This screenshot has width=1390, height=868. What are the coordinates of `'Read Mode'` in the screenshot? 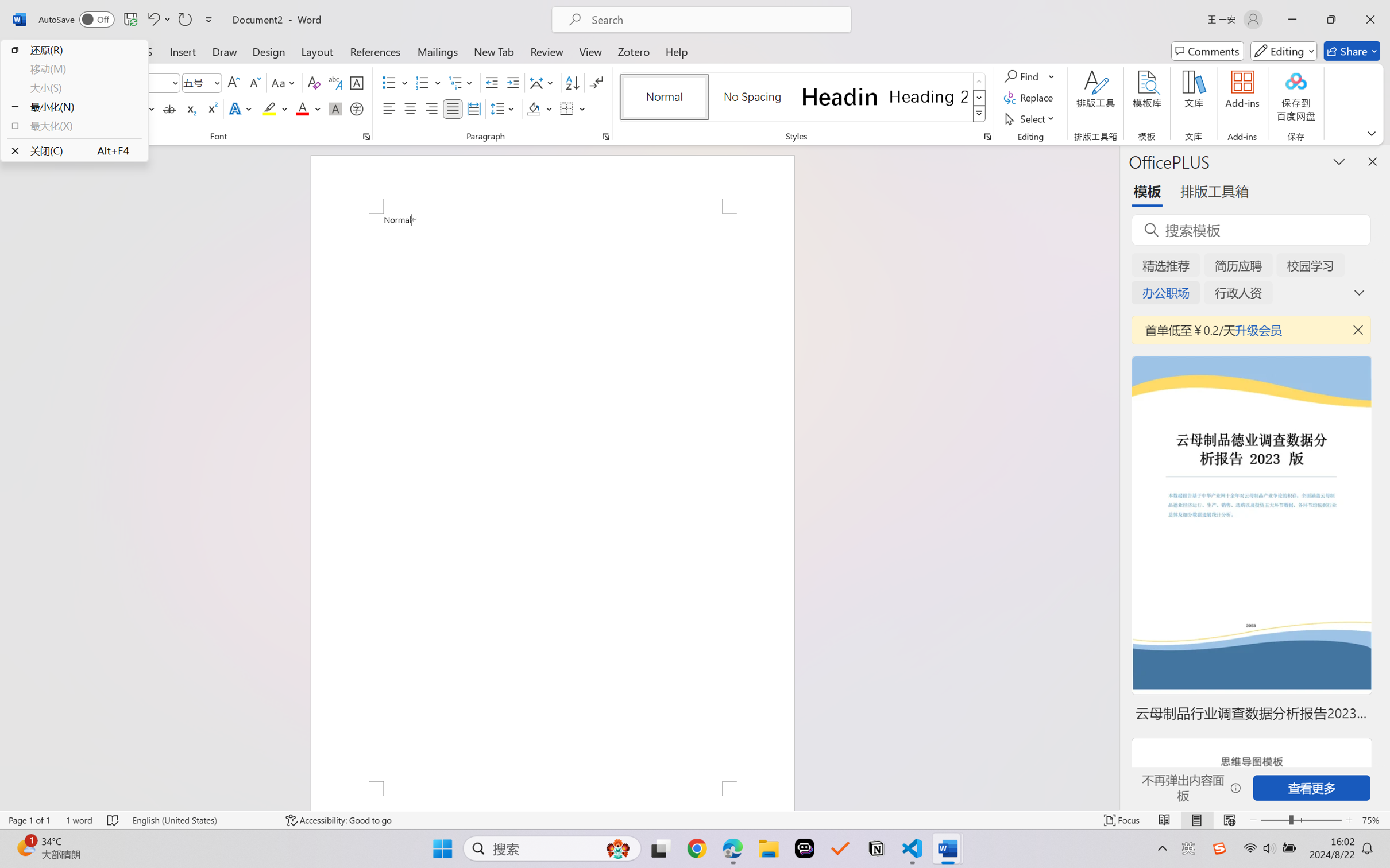 It's located at (1164, 820).